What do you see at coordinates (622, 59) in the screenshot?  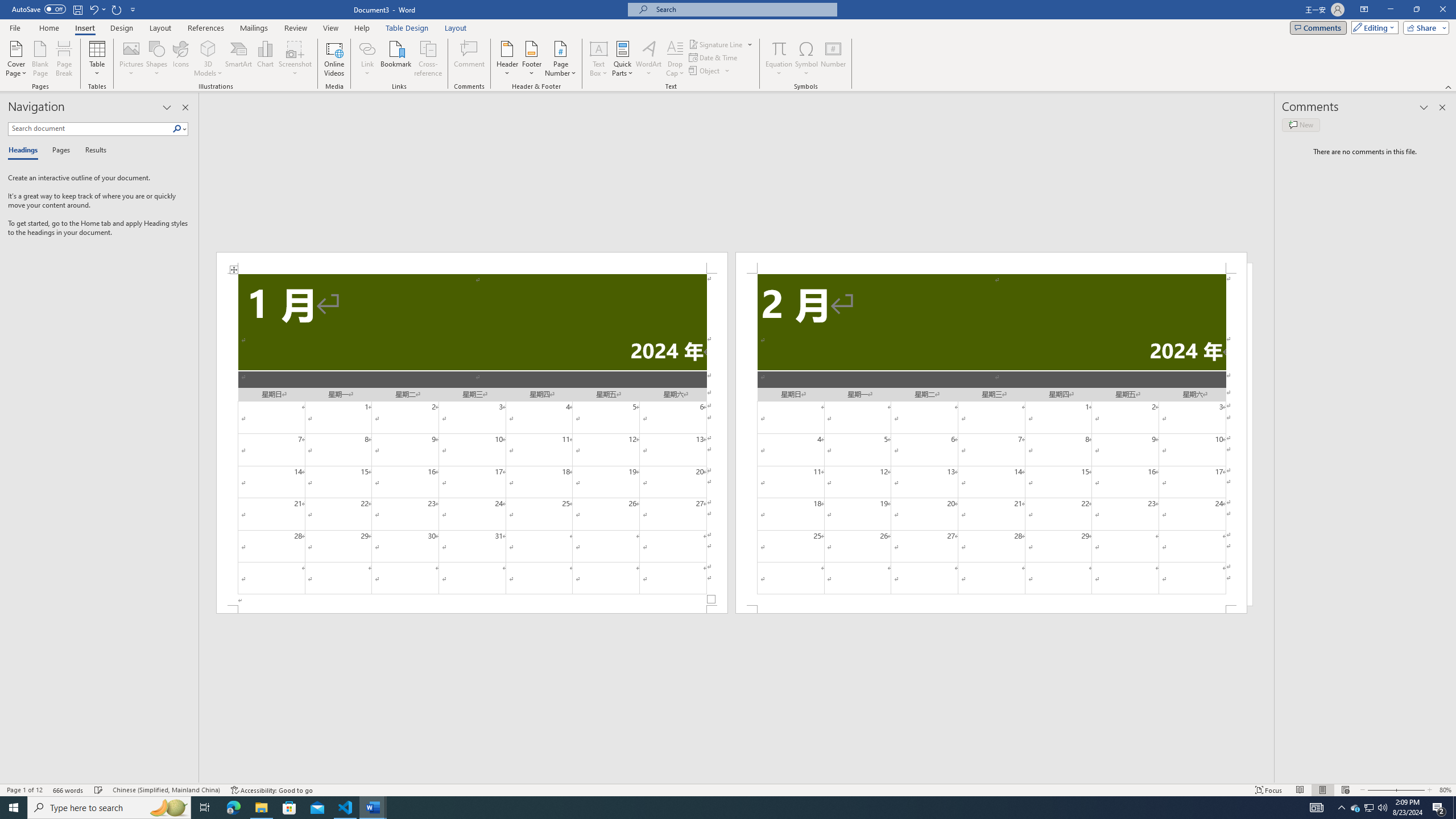 I see `'Quick Parts'` at bounding box center [622, 59].